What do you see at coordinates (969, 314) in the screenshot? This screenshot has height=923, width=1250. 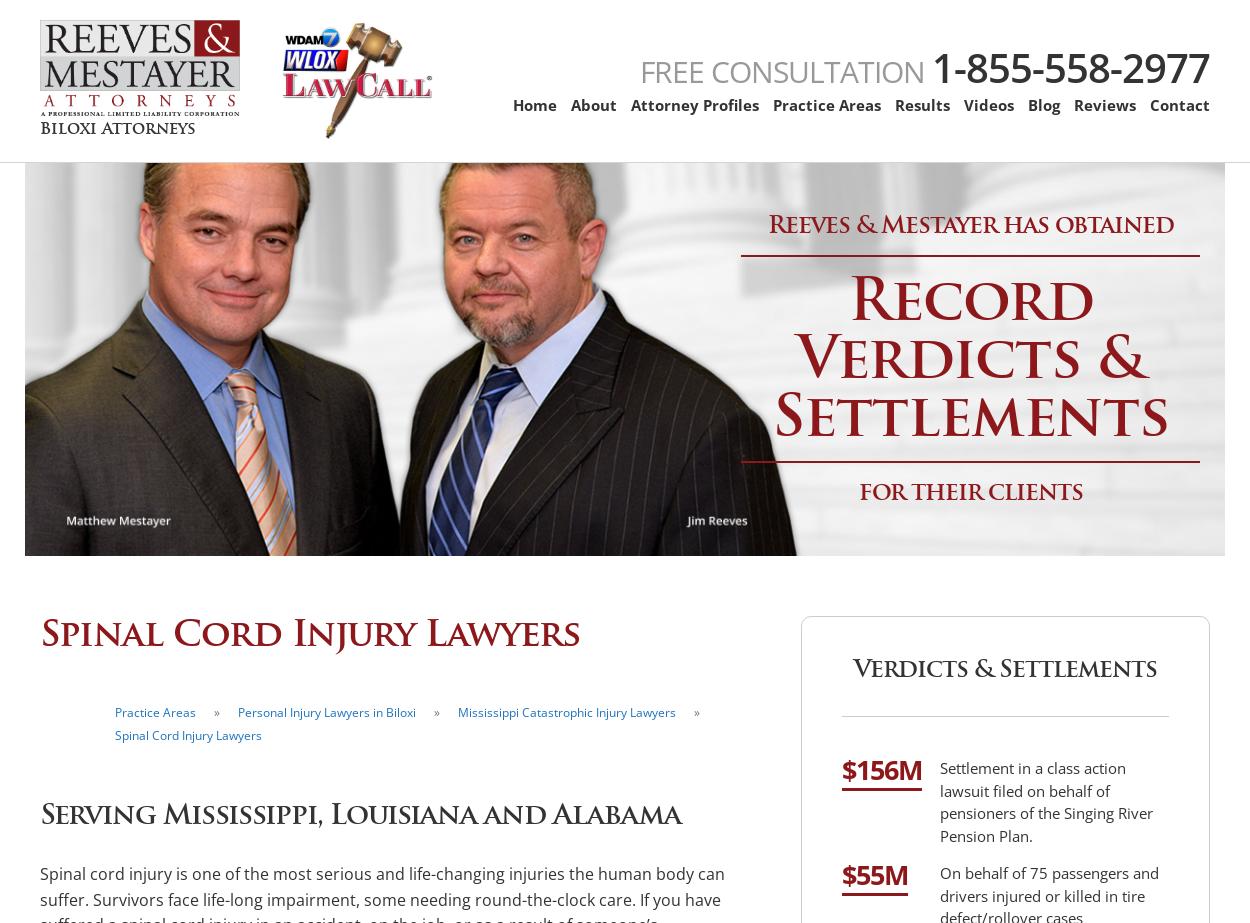 I see `'BP oil spill class action recovery of'` at bounding box center [969, 314].